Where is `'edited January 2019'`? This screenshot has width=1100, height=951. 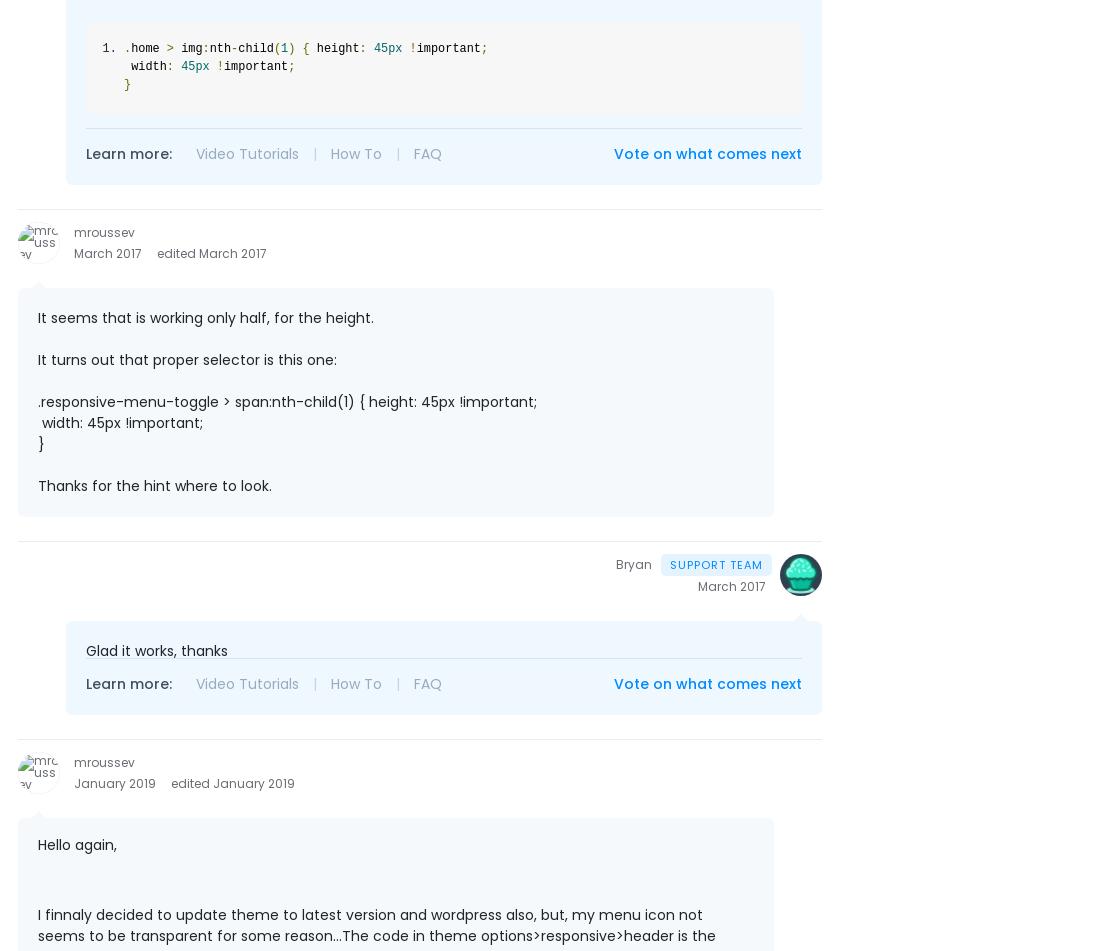 'edited January 2019' is located at coordinates (170, 782).